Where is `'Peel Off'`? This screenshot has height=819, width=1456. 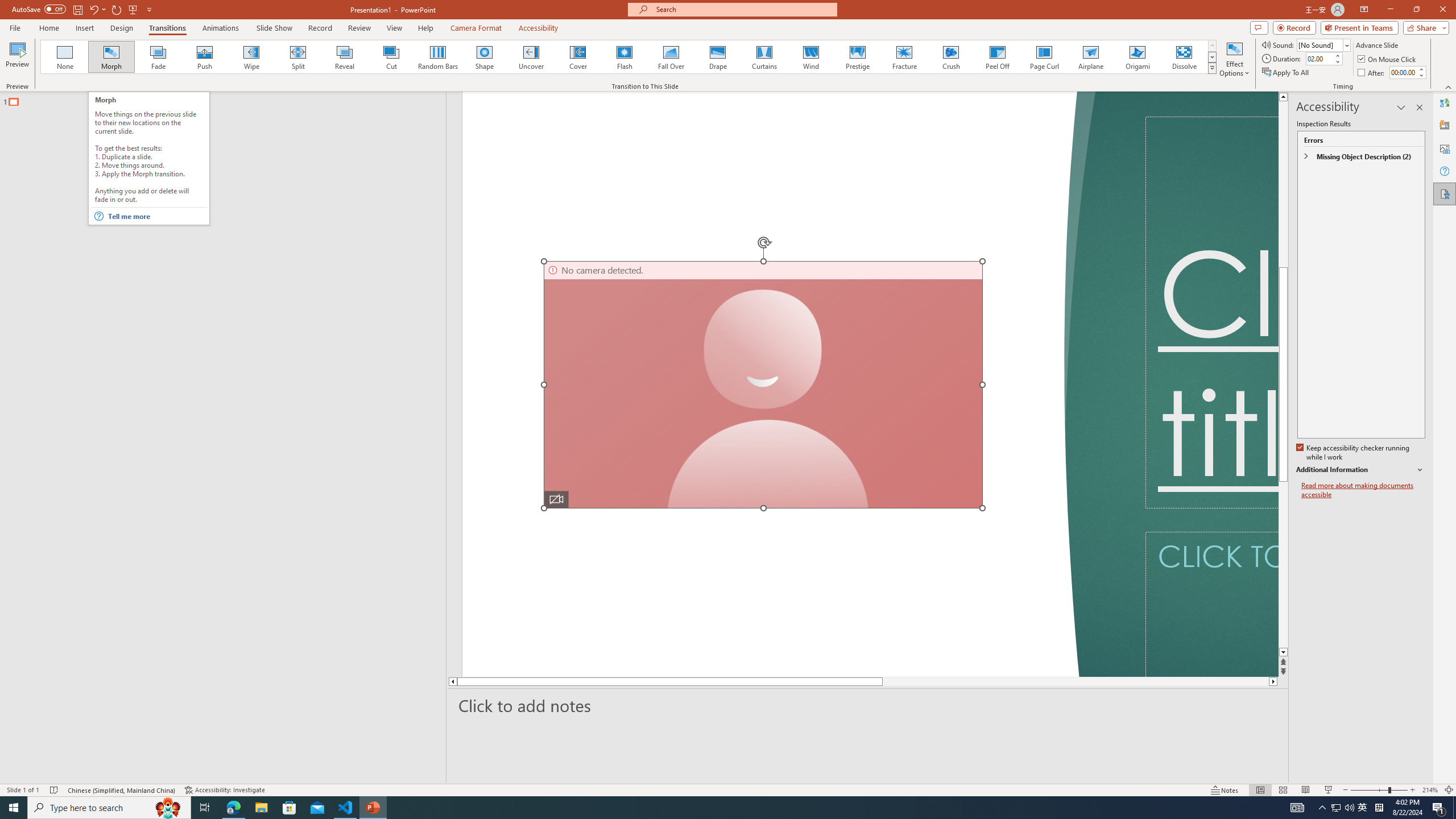
'Peel Off' is located at coordinates (996, 56).